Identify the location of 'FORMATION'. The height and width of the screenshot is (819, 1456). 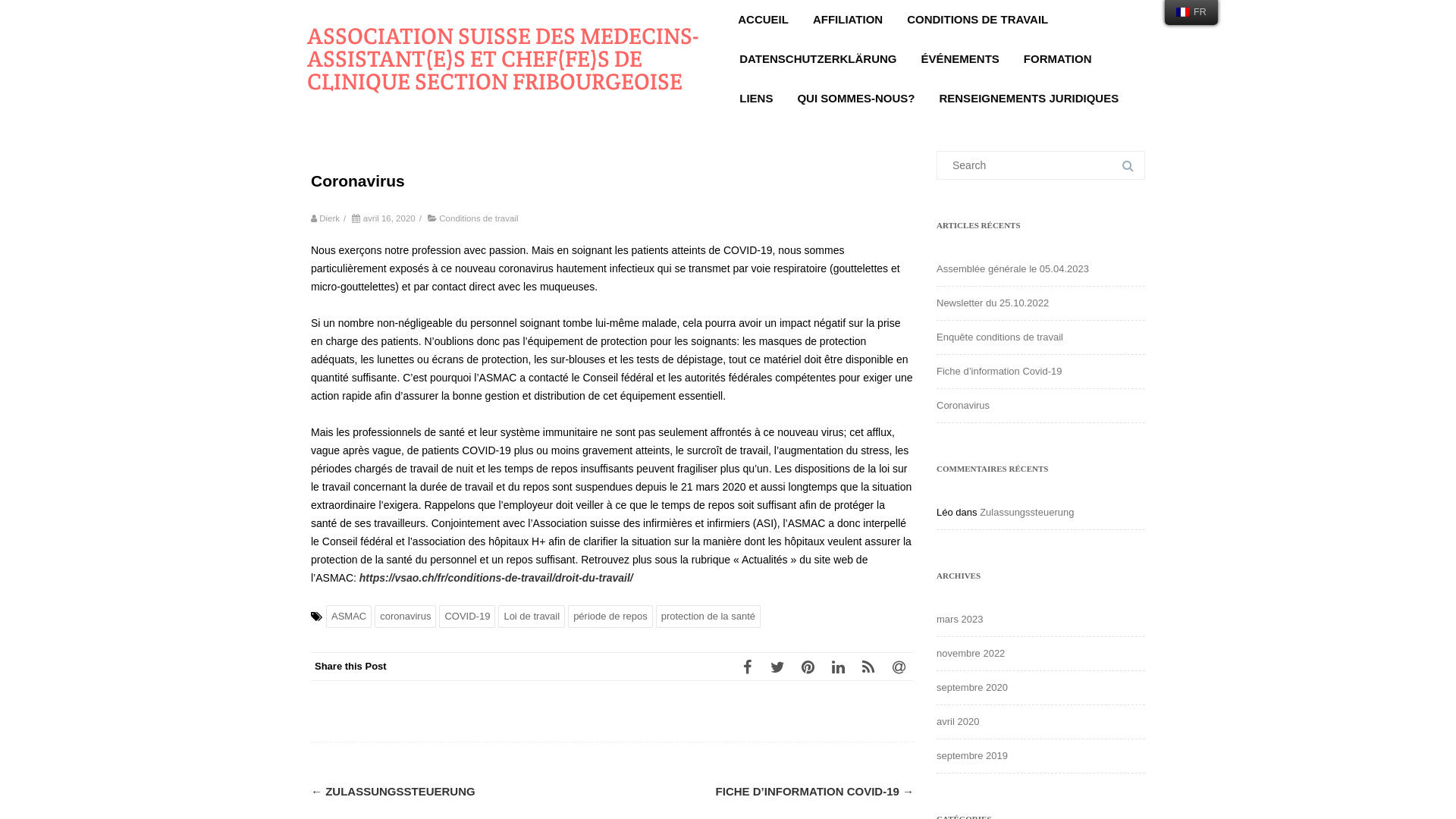
(1057, 58).